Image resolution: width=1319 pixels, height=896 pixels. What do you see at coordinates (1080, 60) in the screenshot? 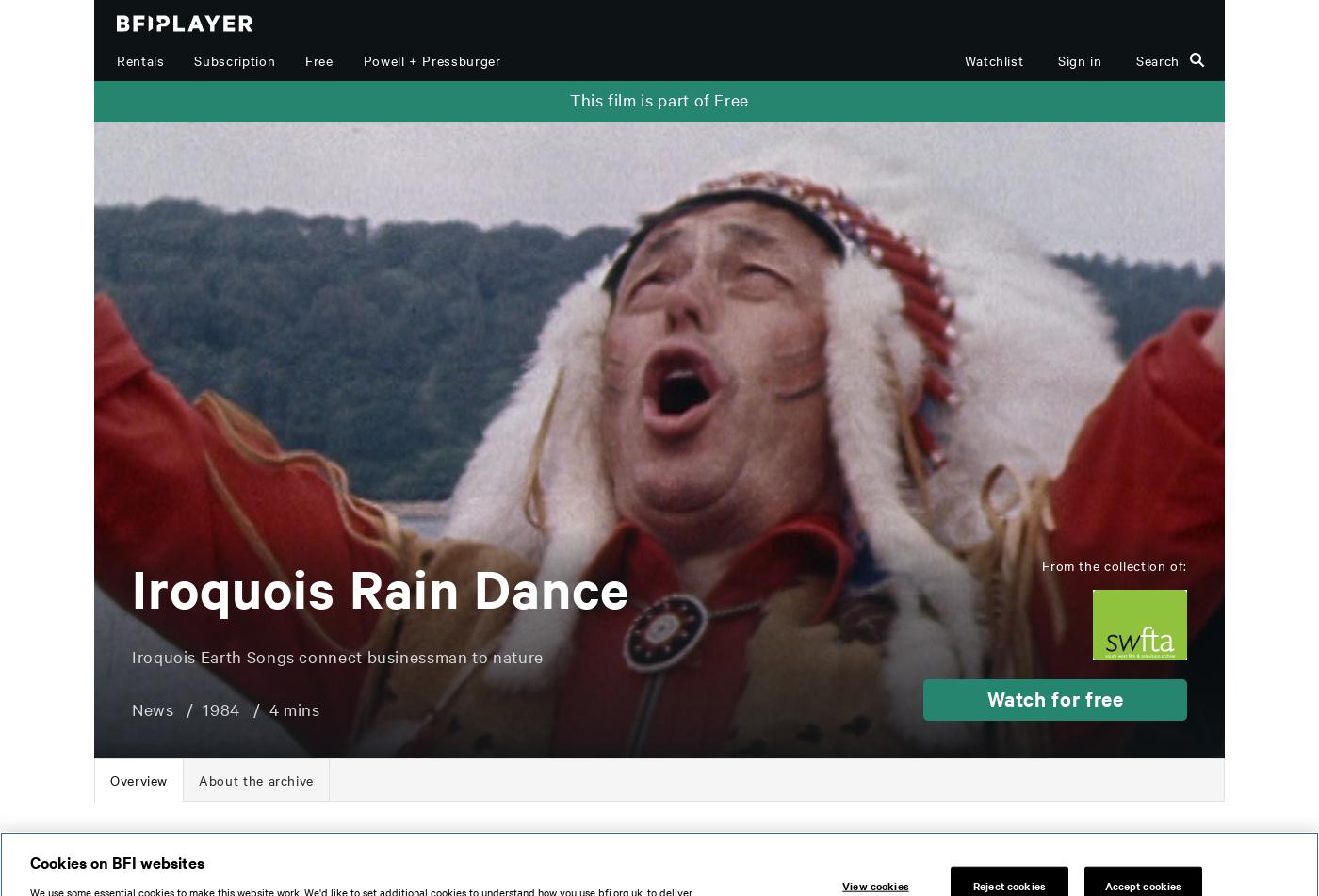
I see `'Sign in'` at bounding box center [1080, 60].